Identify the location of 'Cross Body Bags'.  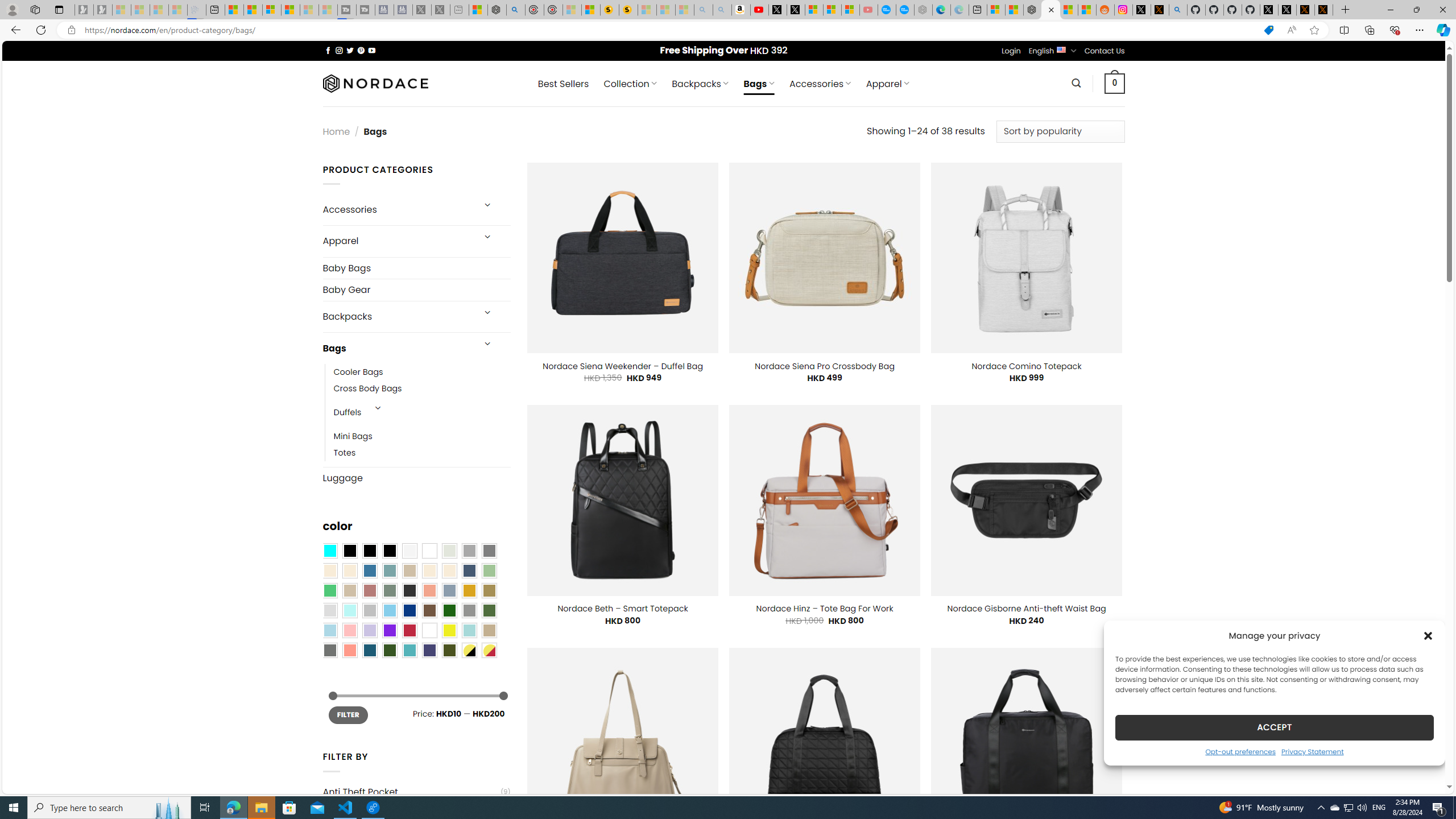
(367, 388).